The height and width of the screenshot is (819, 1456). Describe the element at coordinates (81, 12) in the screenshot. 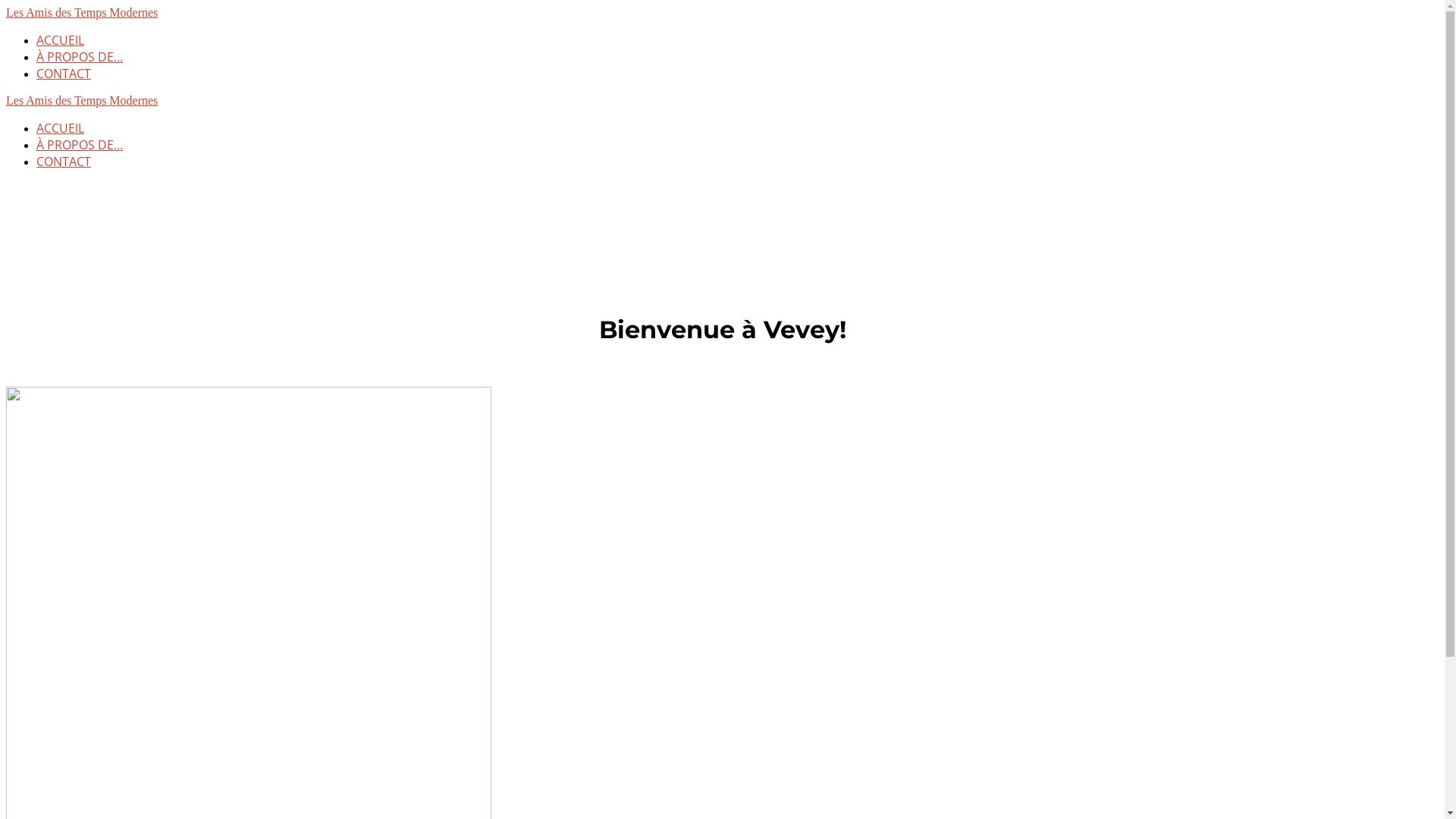

I see `'Les Amis des Temps Modernes'` at that location.